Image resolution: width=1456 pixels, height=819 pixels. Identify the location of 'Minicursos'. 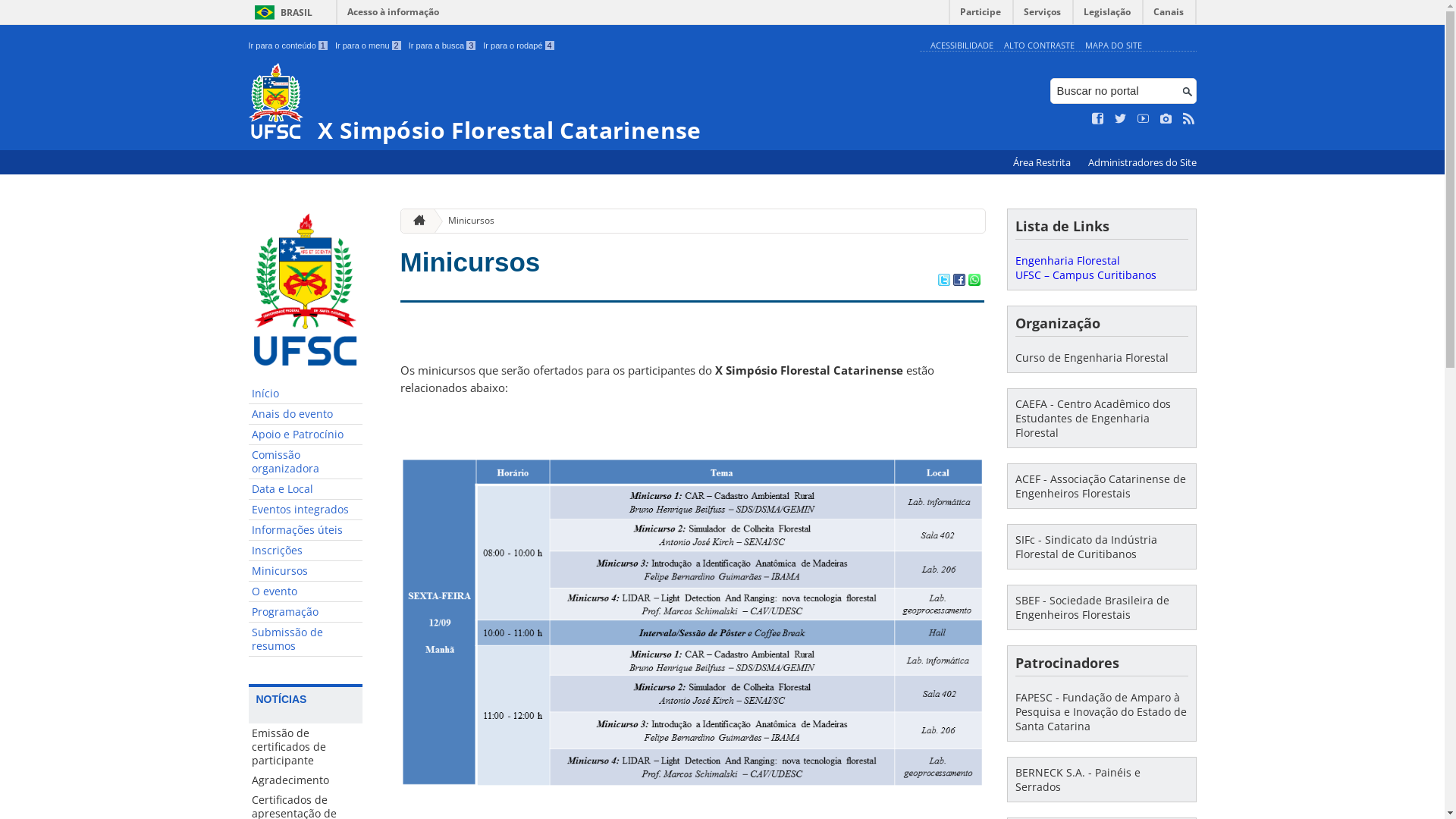
(305, 571).